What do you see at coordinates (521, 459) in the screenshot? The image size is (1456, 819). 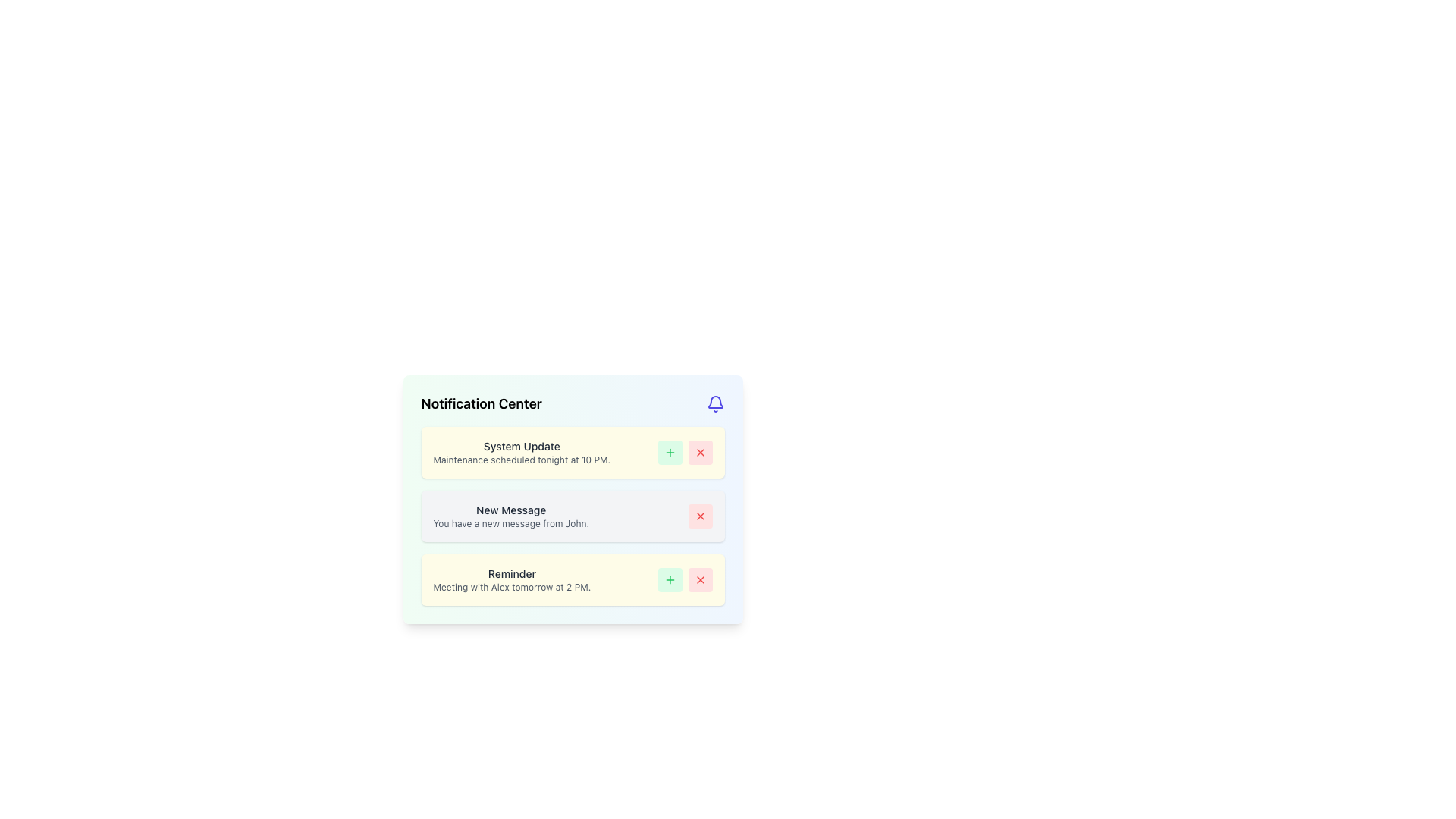 I see `to select the text label that contains 'Maintenance scheduled tonight at 10 PM.' positioned below the 'System Update' heading in the notification card` at bounding box center [521, 459].